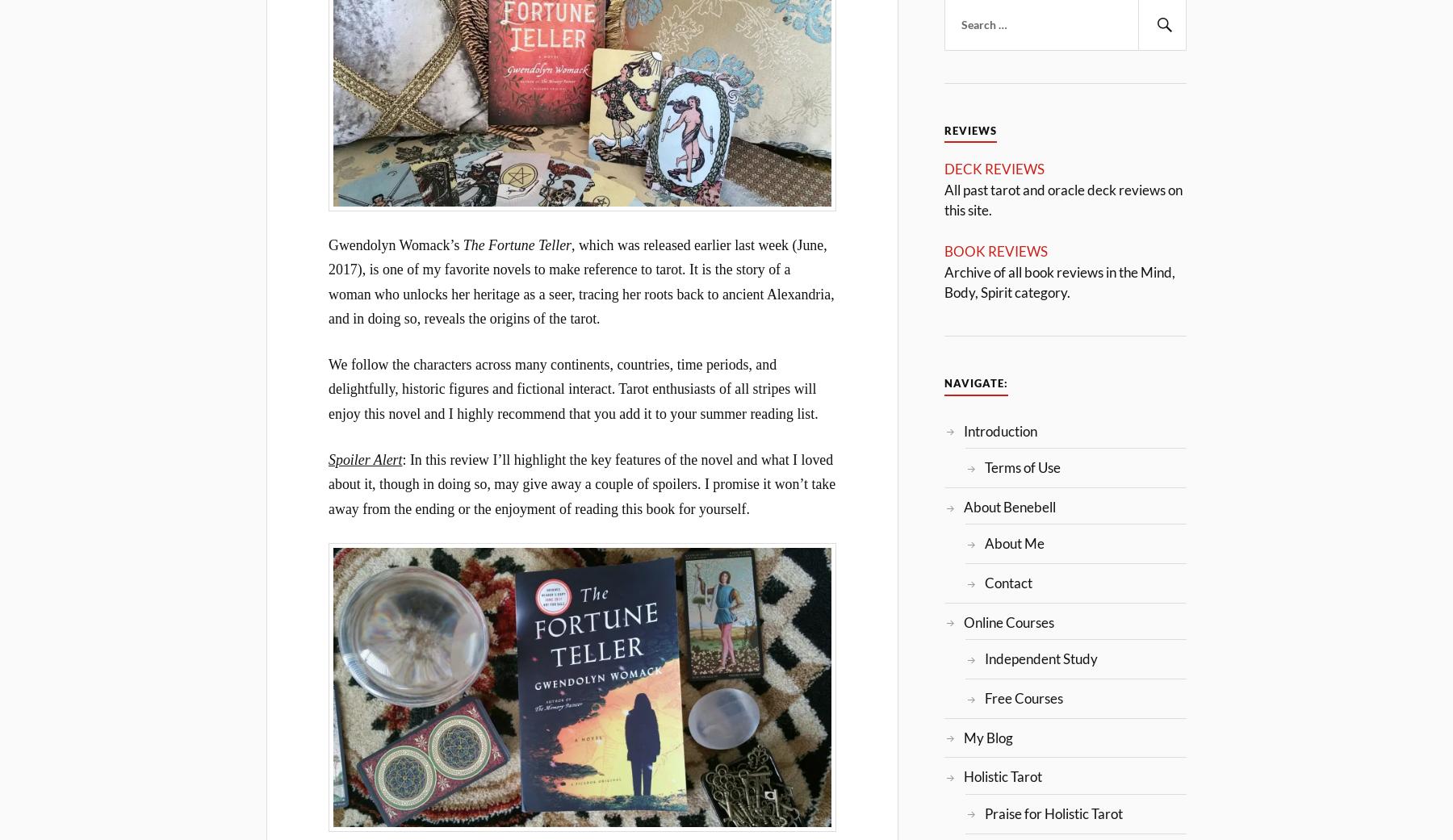 This screenshot has width=1453, height=840. What do you see at coordinates (1040, 658) in the screenshot?
I see `'Independent Study'` at bounding box center [1040, 658].